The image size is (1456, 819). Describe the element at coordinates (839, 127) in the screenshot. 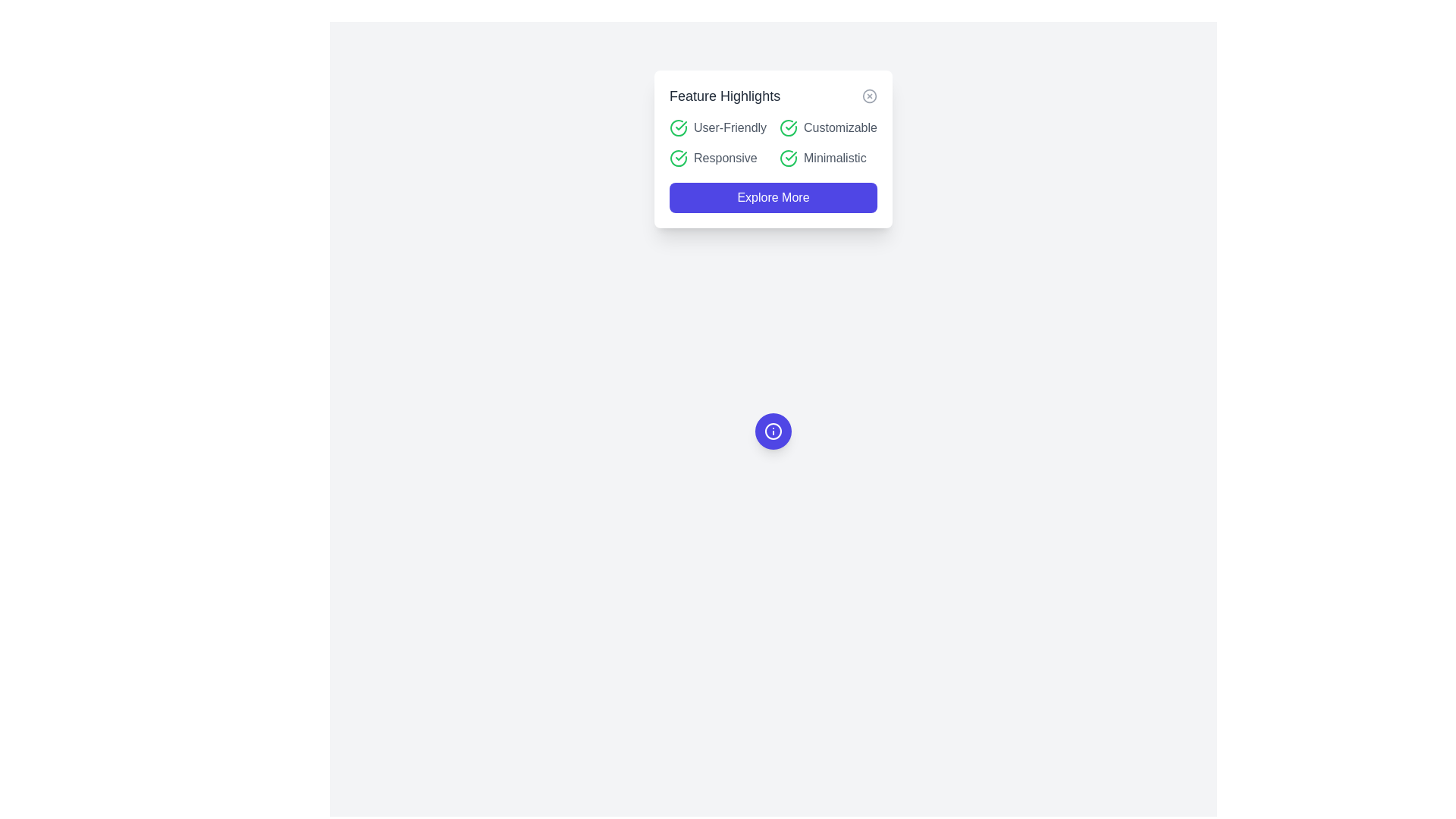

I see `the text element that indicates a customizable feature, located as the second item under 'Feature Highlights' directly to the right of a green checkmark icon` at that location.